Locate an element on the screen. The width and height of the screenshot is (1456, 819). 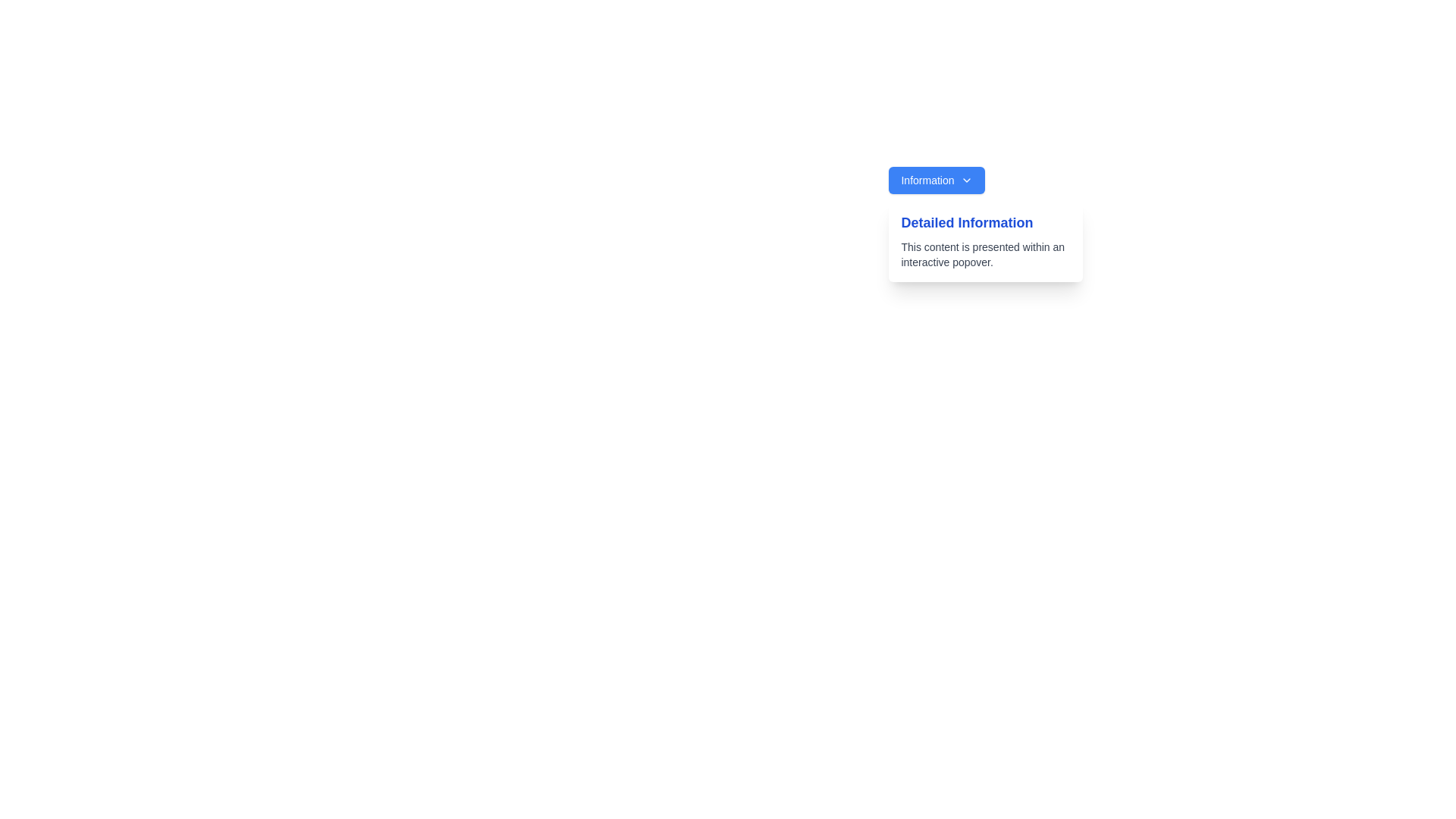
the small, downward-pointing chevron arrow icon located at the right end of the 'Information' button, which has a blue background and white text is located at coordinates (965, 180).